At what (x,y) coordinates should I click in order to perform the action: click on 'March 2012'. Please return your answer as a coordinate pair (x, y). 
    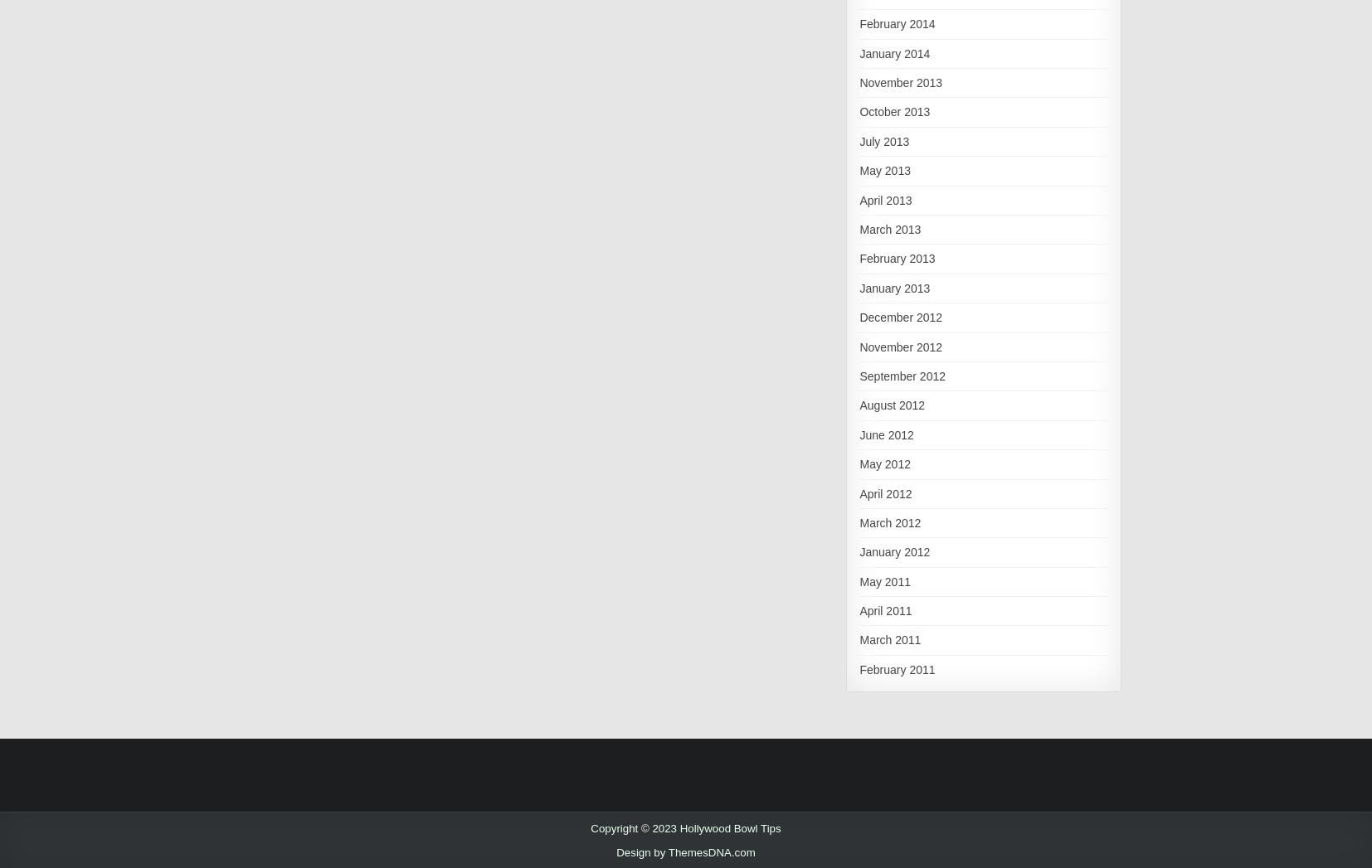
    Looking at the image, I should click on (888, 521).